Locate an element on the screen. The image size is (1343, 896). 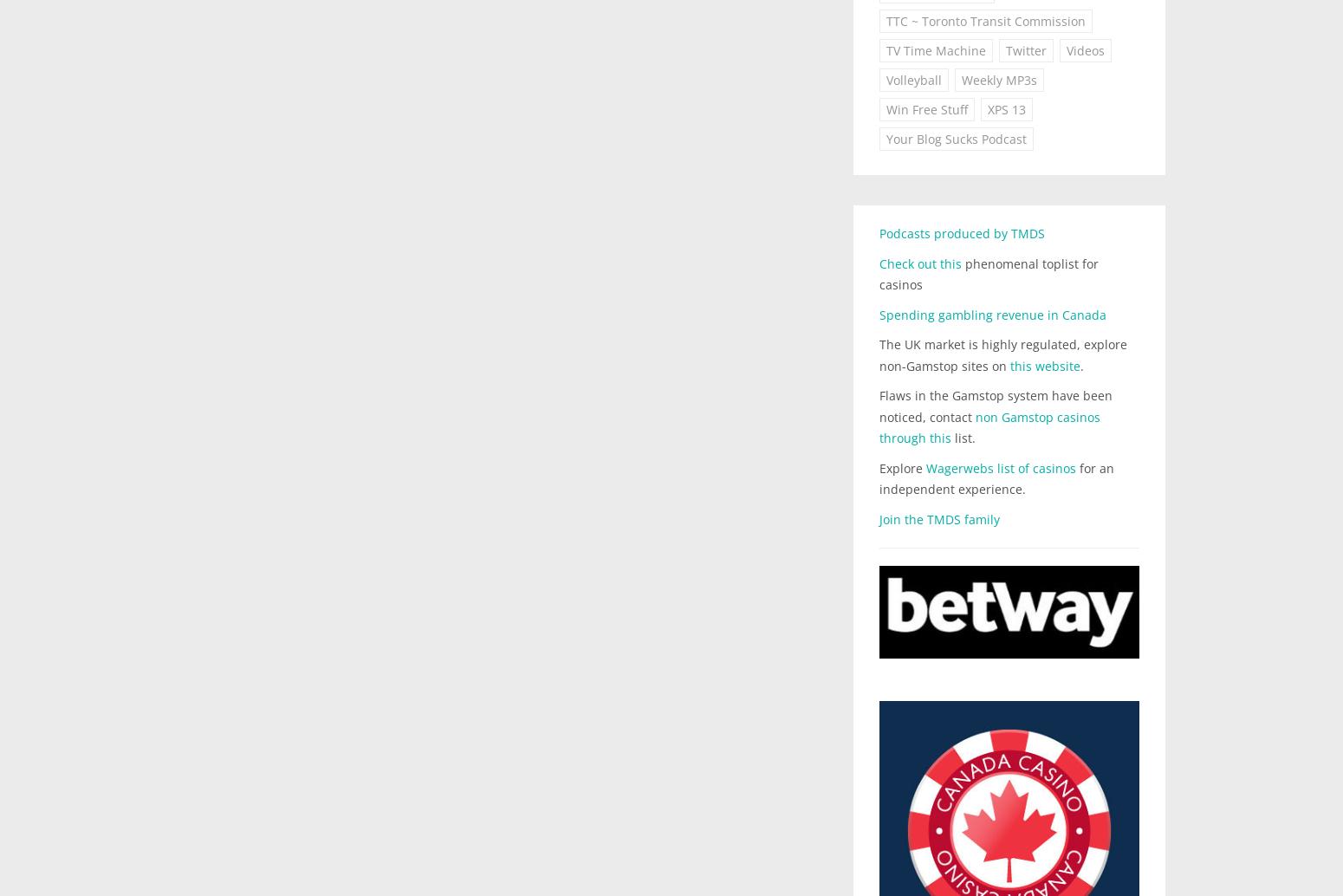
'Twitter' is located at coordinates (1004, 50).